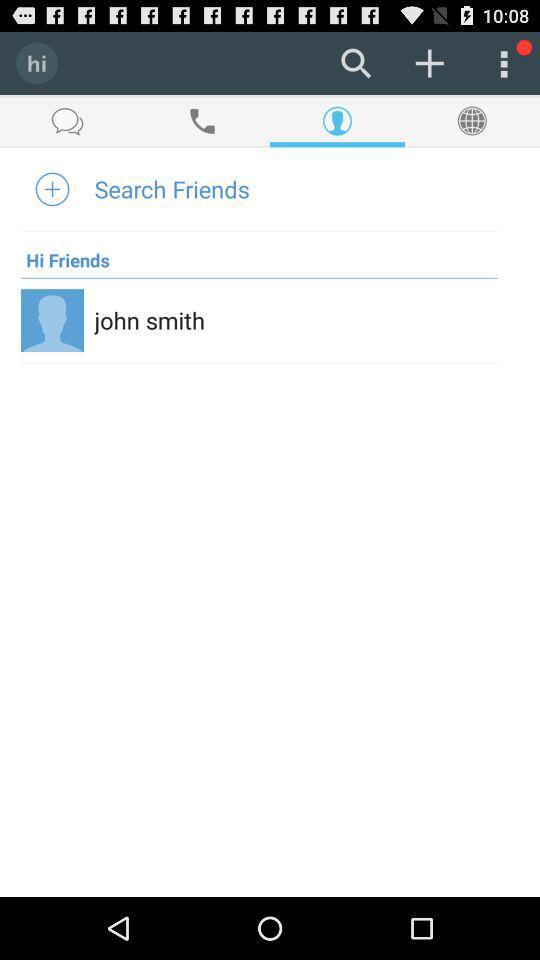  What do you see at coordinates (148, 320) in the screenshot?
I see `john smith icon` at bounding box center [148, 320].